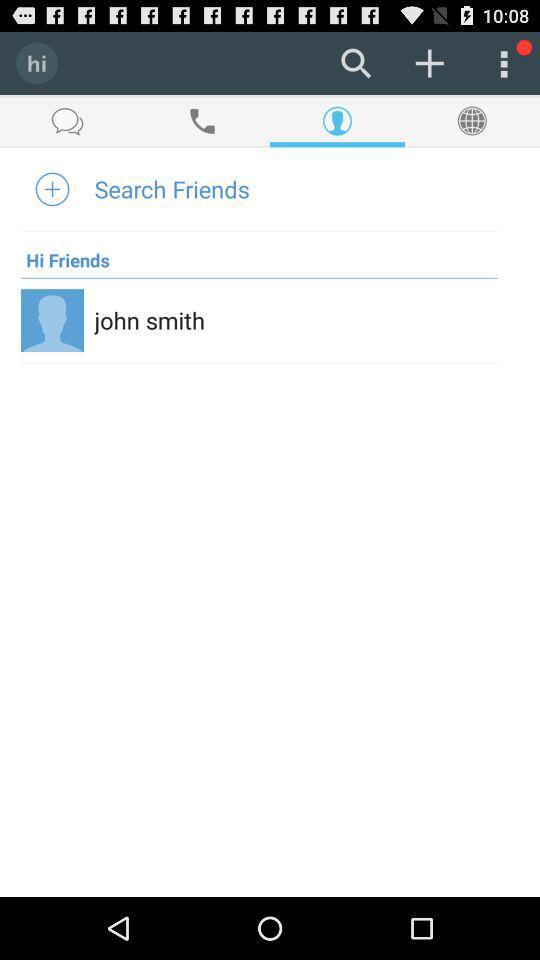  What do you see at coordinates (148, 320) in the screenshot?
I see `john smith icon` at bounding box center [148, 320].